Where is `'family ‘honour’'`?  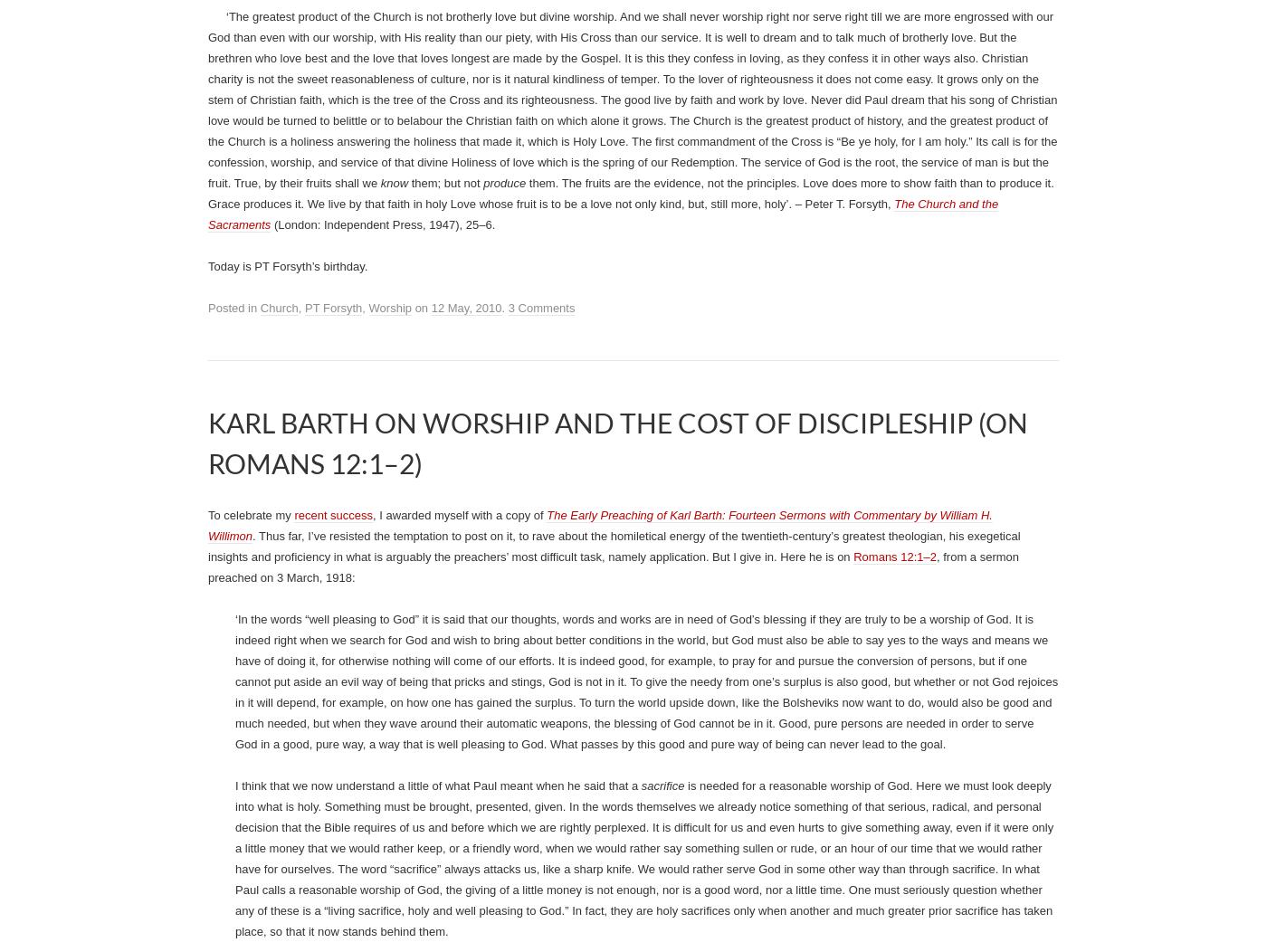
'family ‘honour’' is located at coordinates (557, 93).